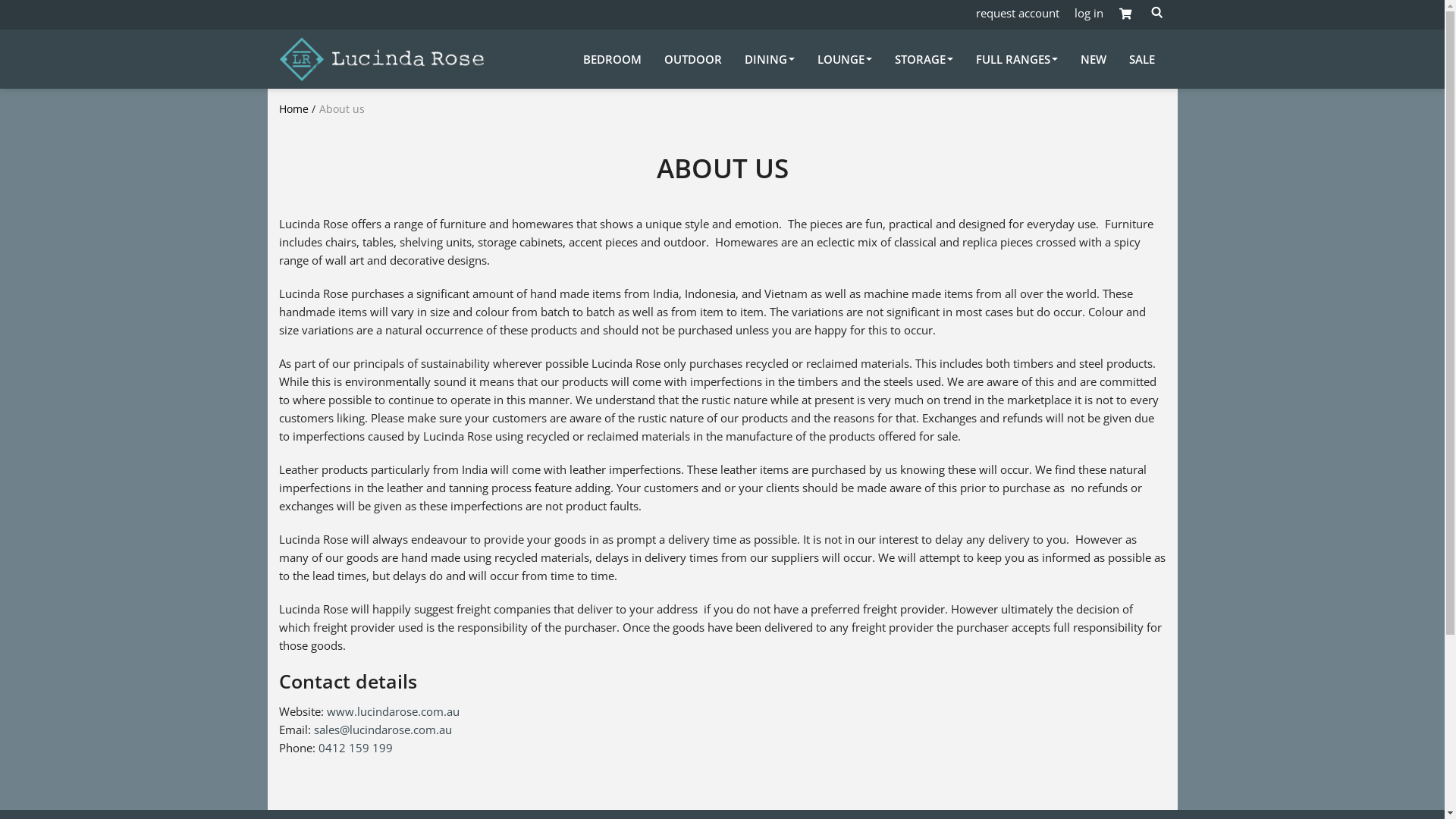 This screenshot has width=1456, height=819. I want to click on 'log in', so click(1087, 12).